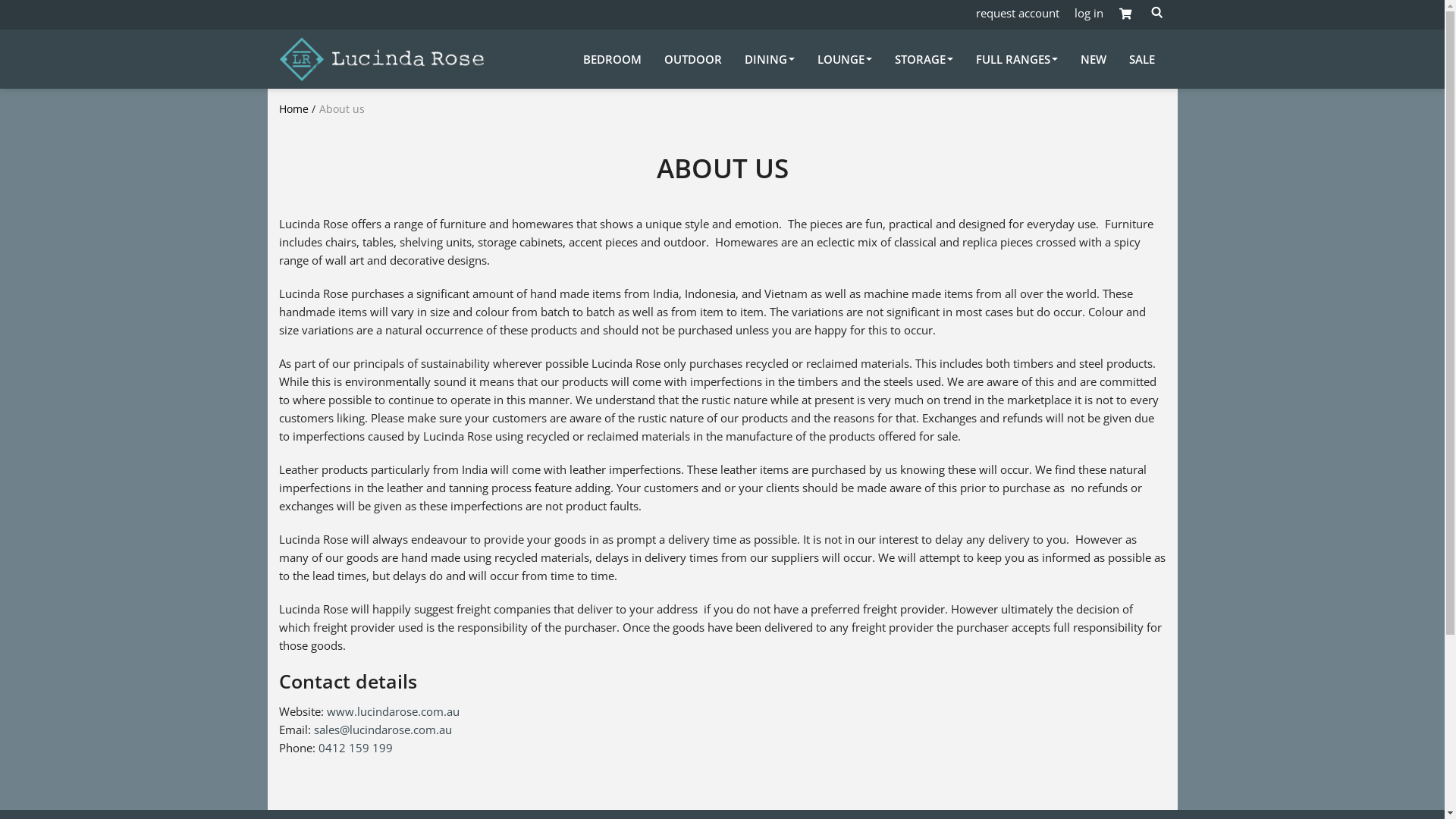 This screenshot has width=1456, height=819. I want to click on 'log in', so click(1087, 12).